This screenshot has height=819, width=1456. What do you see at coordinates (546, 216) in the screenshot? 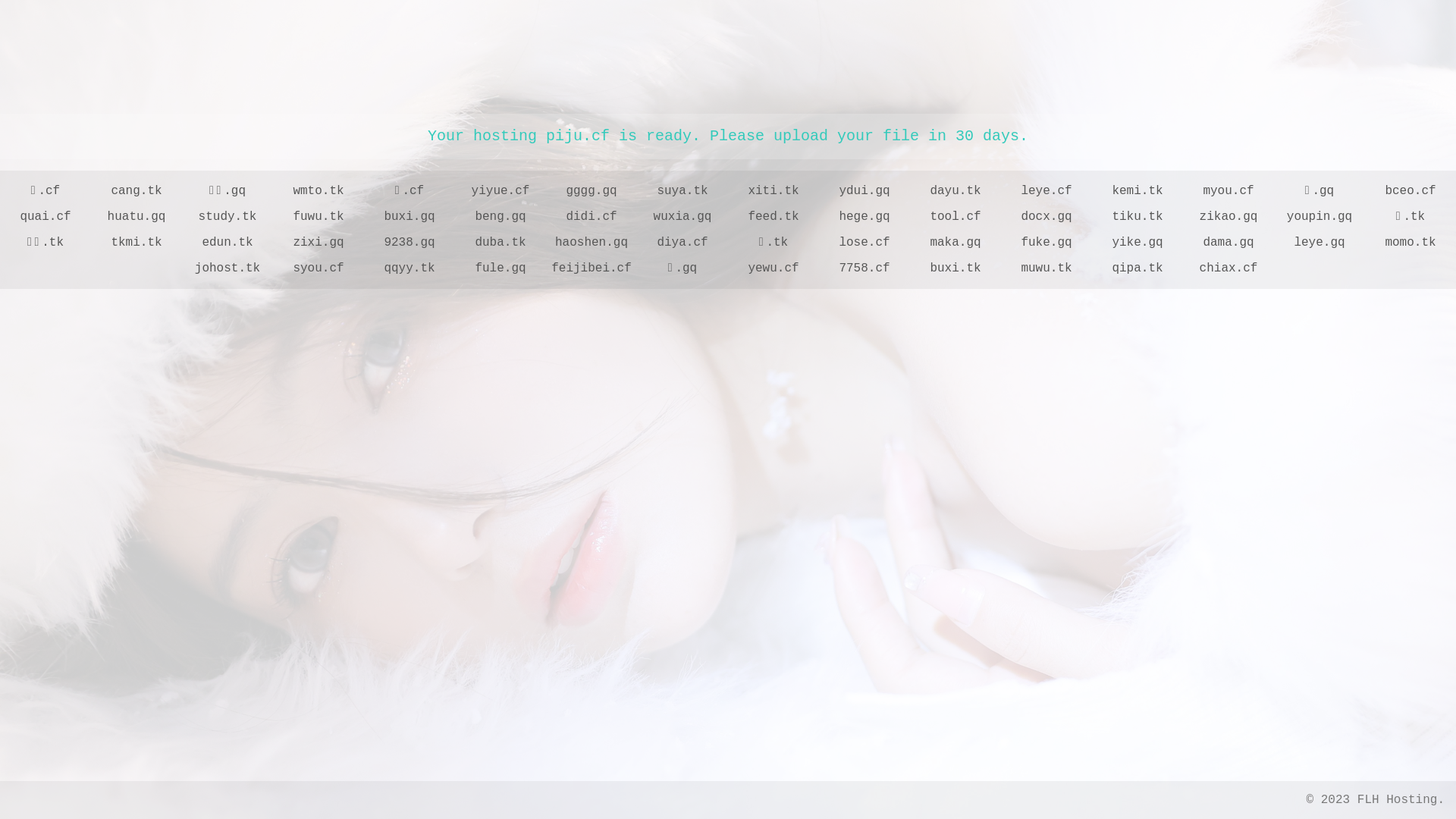
I see `'didi.cf'` at bounding box center [546, 216].